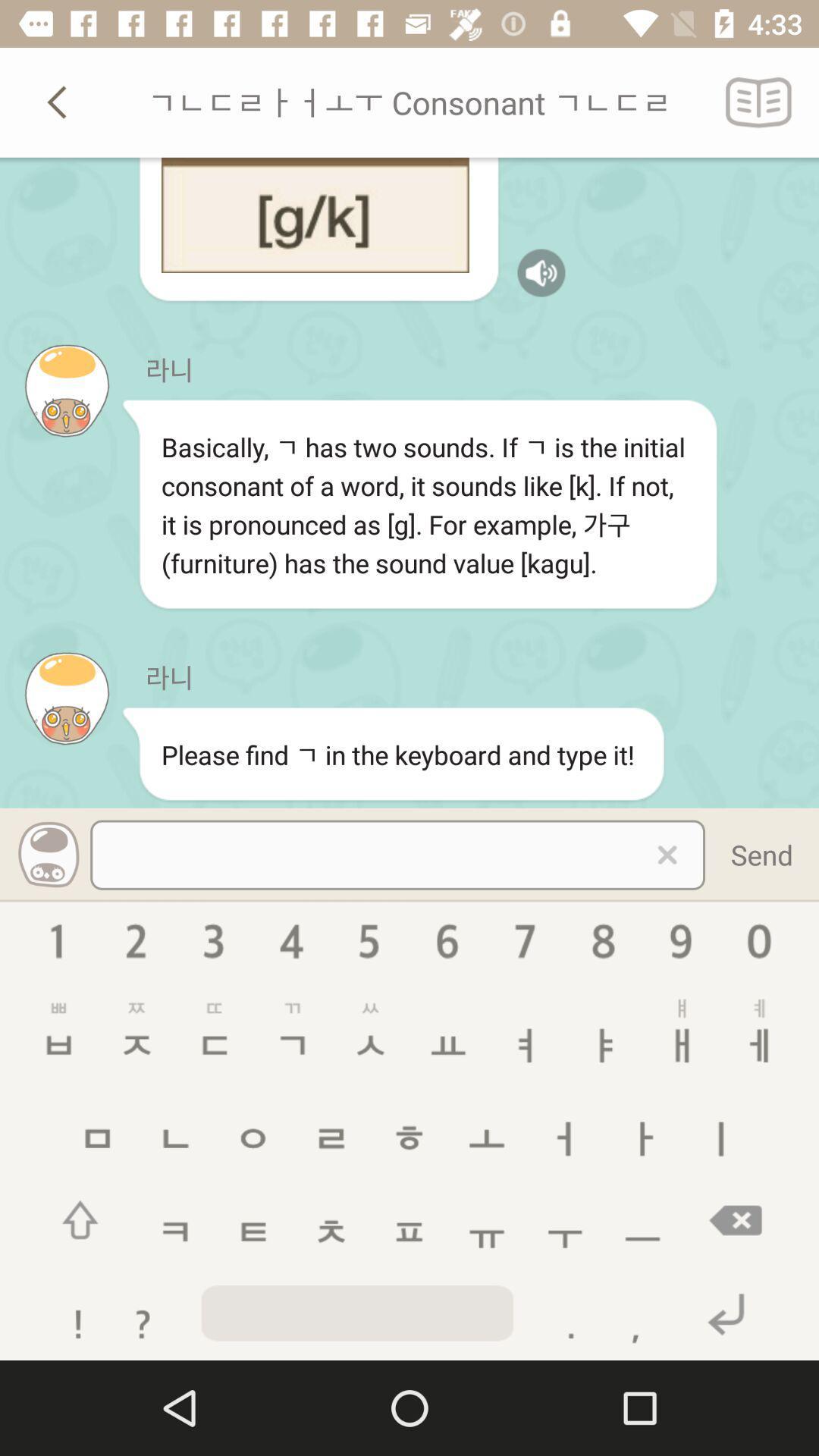 The width and height of the screenshot is (819, 1456). I want to click on the add icon, so click(642, 1127).